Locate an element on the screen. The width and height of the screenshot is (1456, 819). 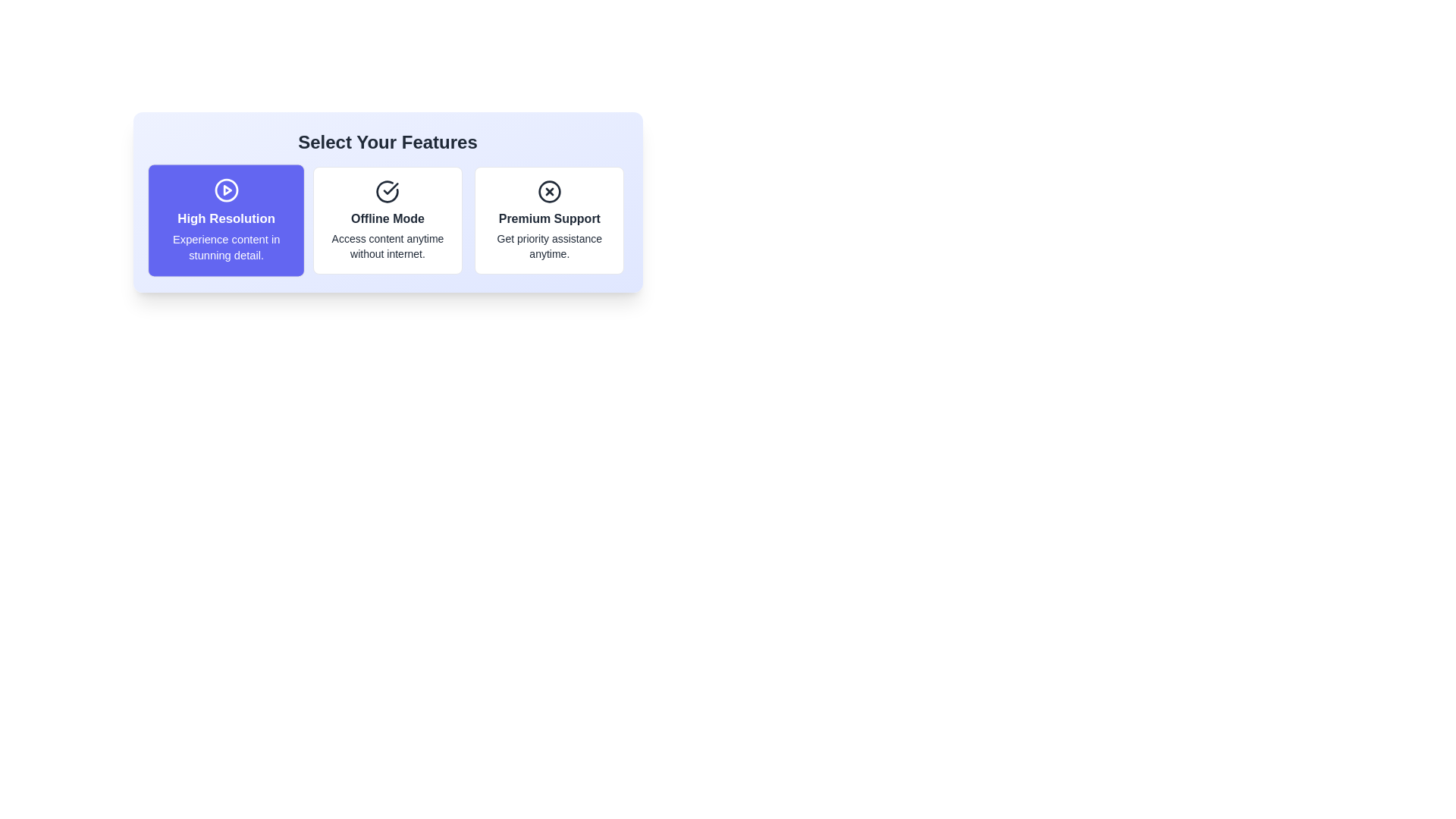
the non-interactive description text located below the title 'High Resolution' within the purple background box is located at coordinates (225, 246).